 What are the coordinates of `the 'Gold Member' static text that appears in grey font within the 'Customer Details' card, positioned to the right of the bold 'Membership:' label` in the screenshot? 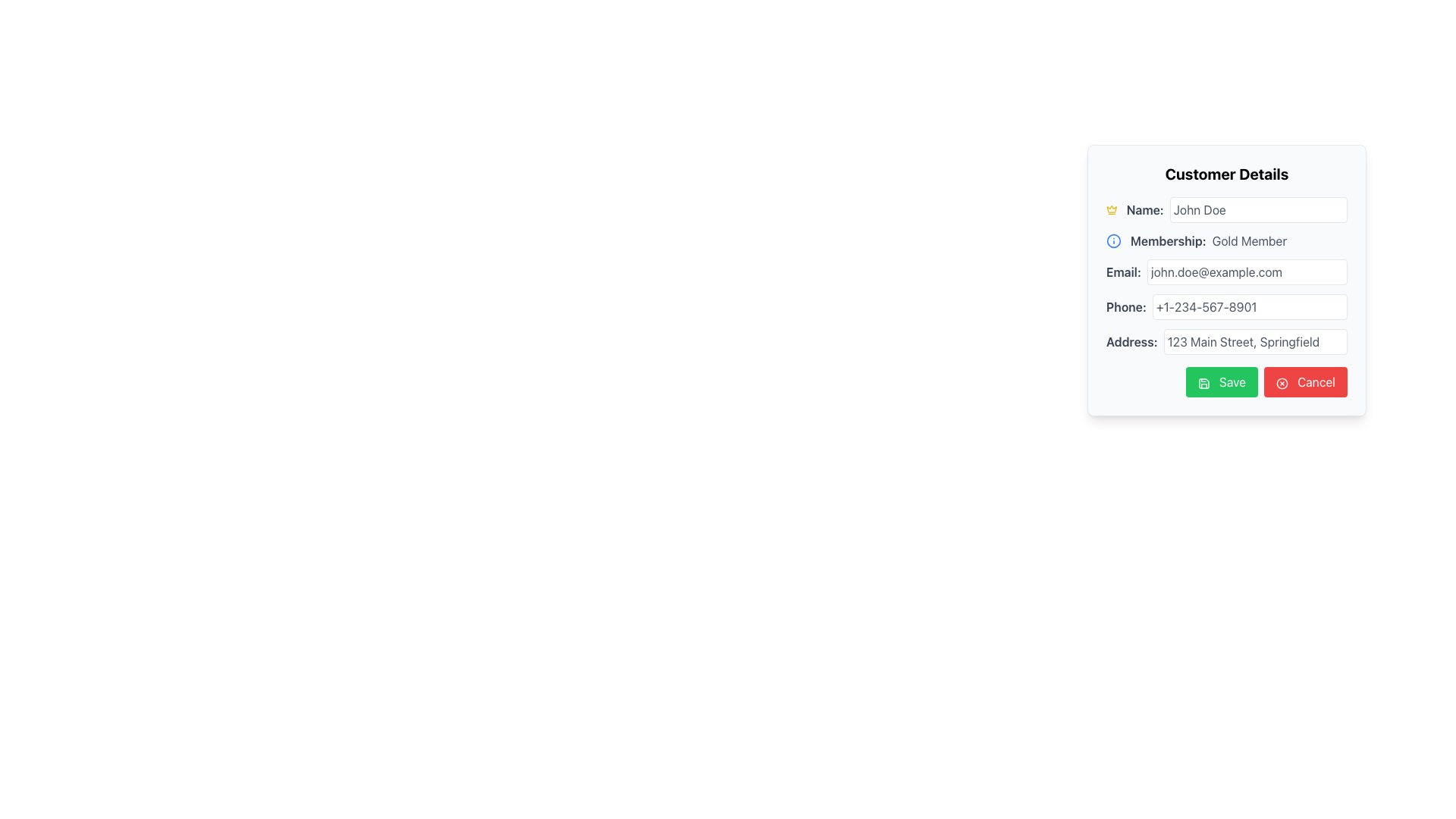 It's located at (1249, 240).